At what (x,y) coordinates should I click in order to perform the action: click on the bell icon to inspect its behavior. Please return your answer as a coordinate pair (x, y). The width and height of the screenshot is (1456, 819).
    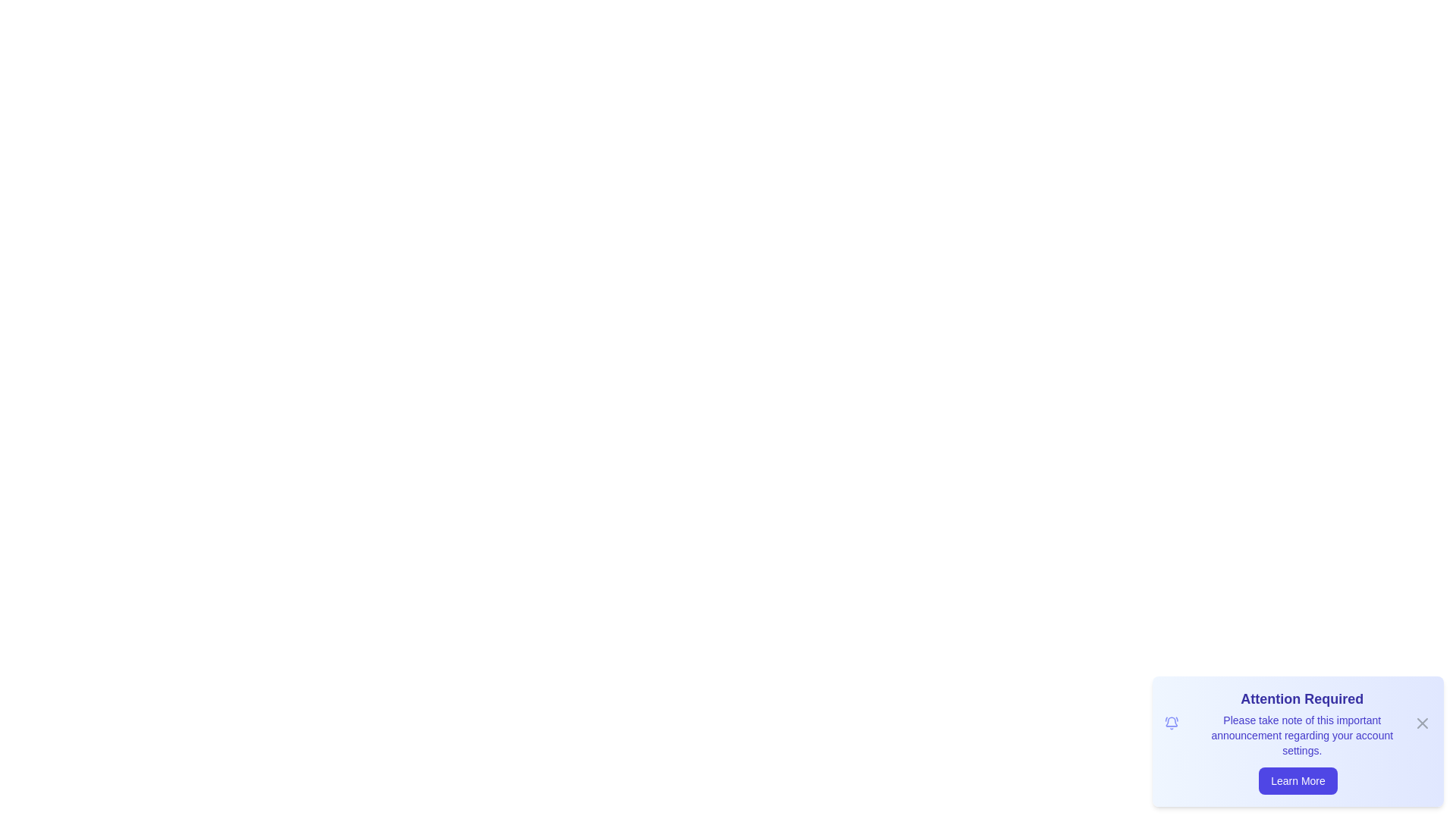
    Looking at the image, I should click on (1171, 722).